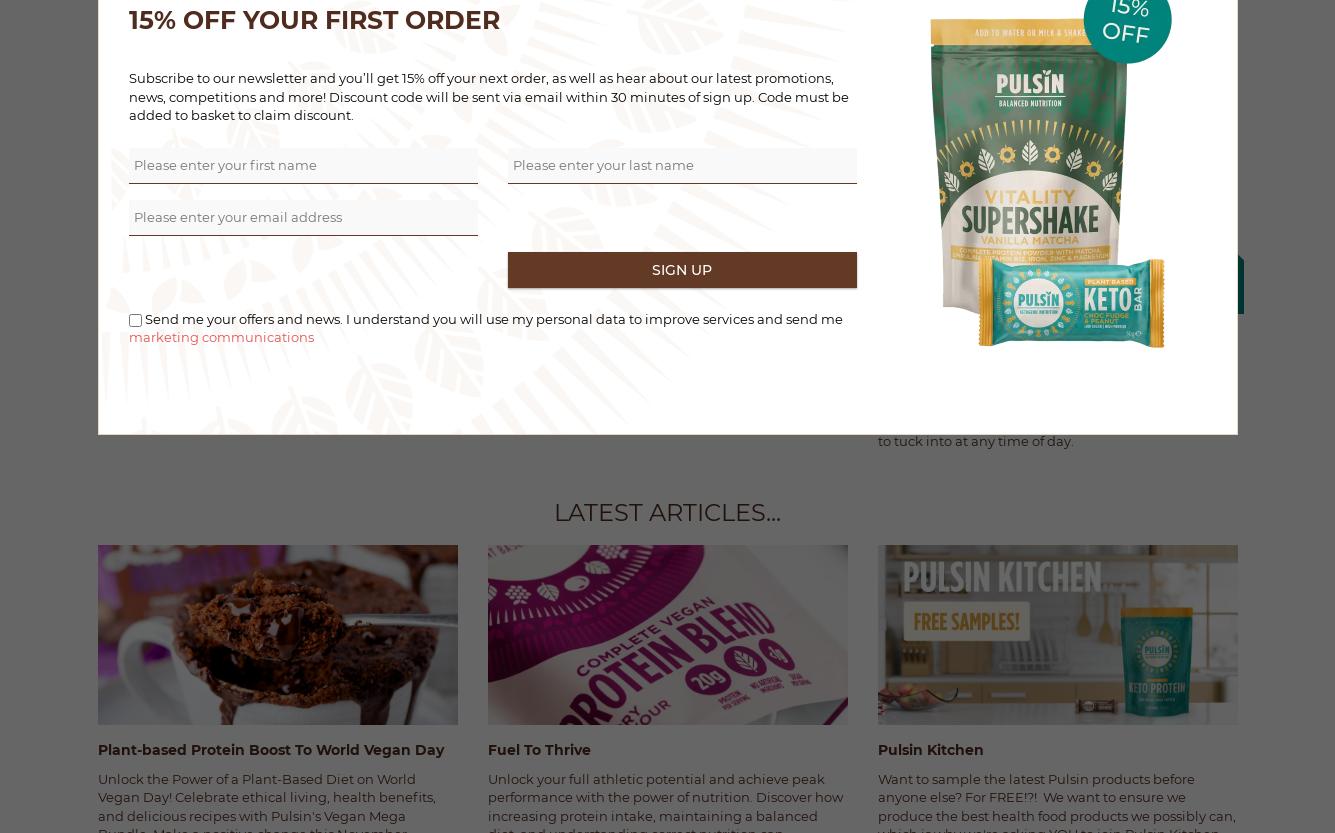  What do you see at coordinates (127, 336) in the screenshot?
I see `'marketing communications'` at bounding box center [127, 336].